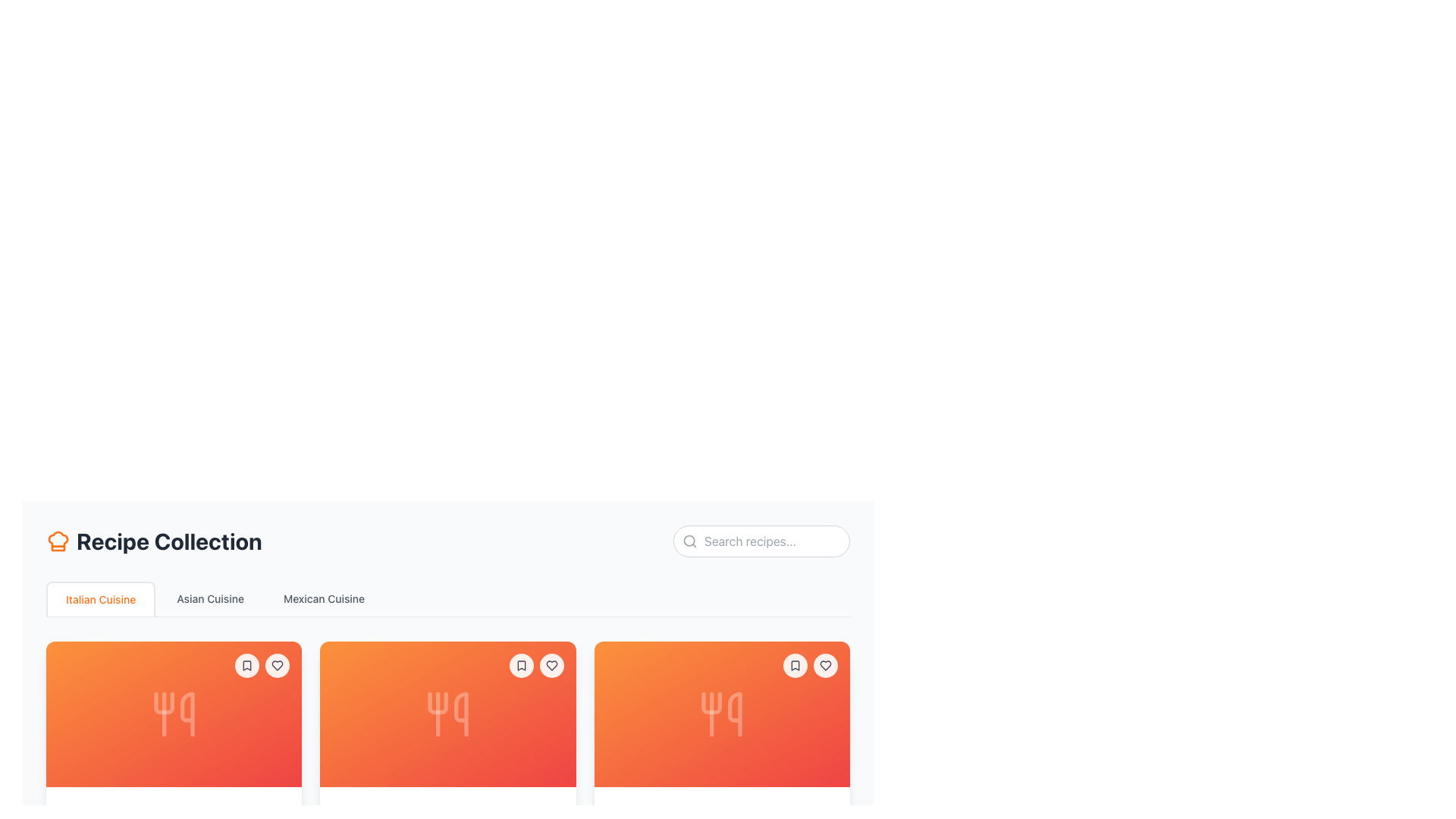 This screenshot has height=819, width=1456. Describe the element at coordinates (551, 665) in the screenshot. I see `the 'like' icon located in the top-right corner of the first card under the Italian Cuisine section` at that location.